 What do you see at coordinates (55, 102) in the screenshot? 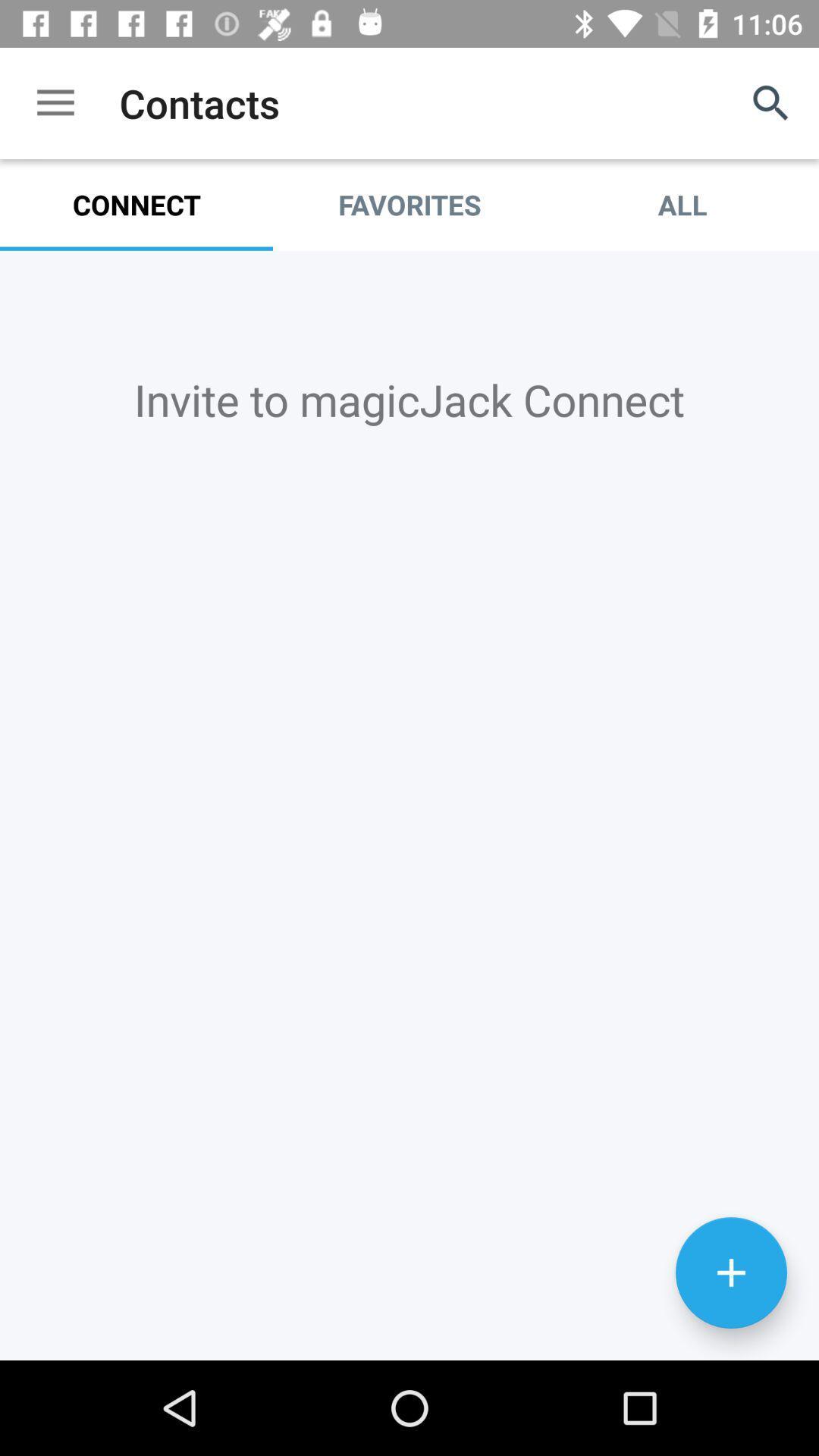
I see `the icon above connect icon` at bounding box center [55, 102].